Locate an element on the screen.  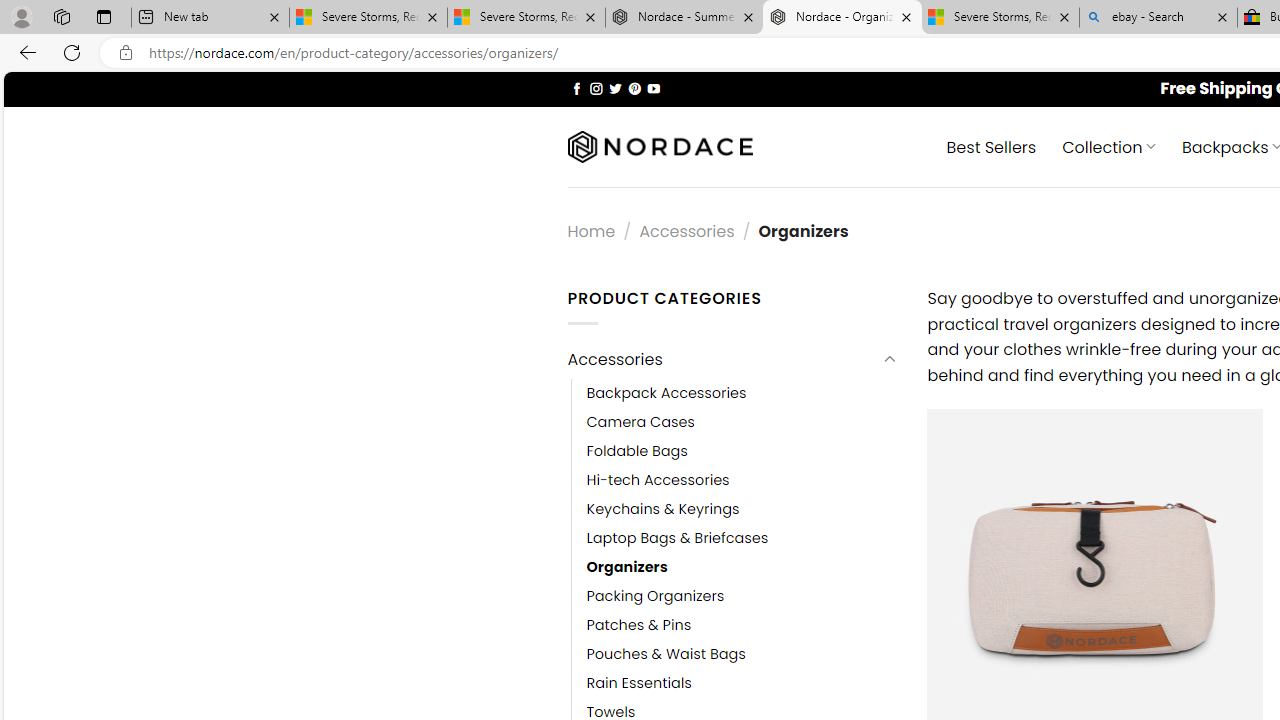
'Back' is located at coordinates (24, 51).